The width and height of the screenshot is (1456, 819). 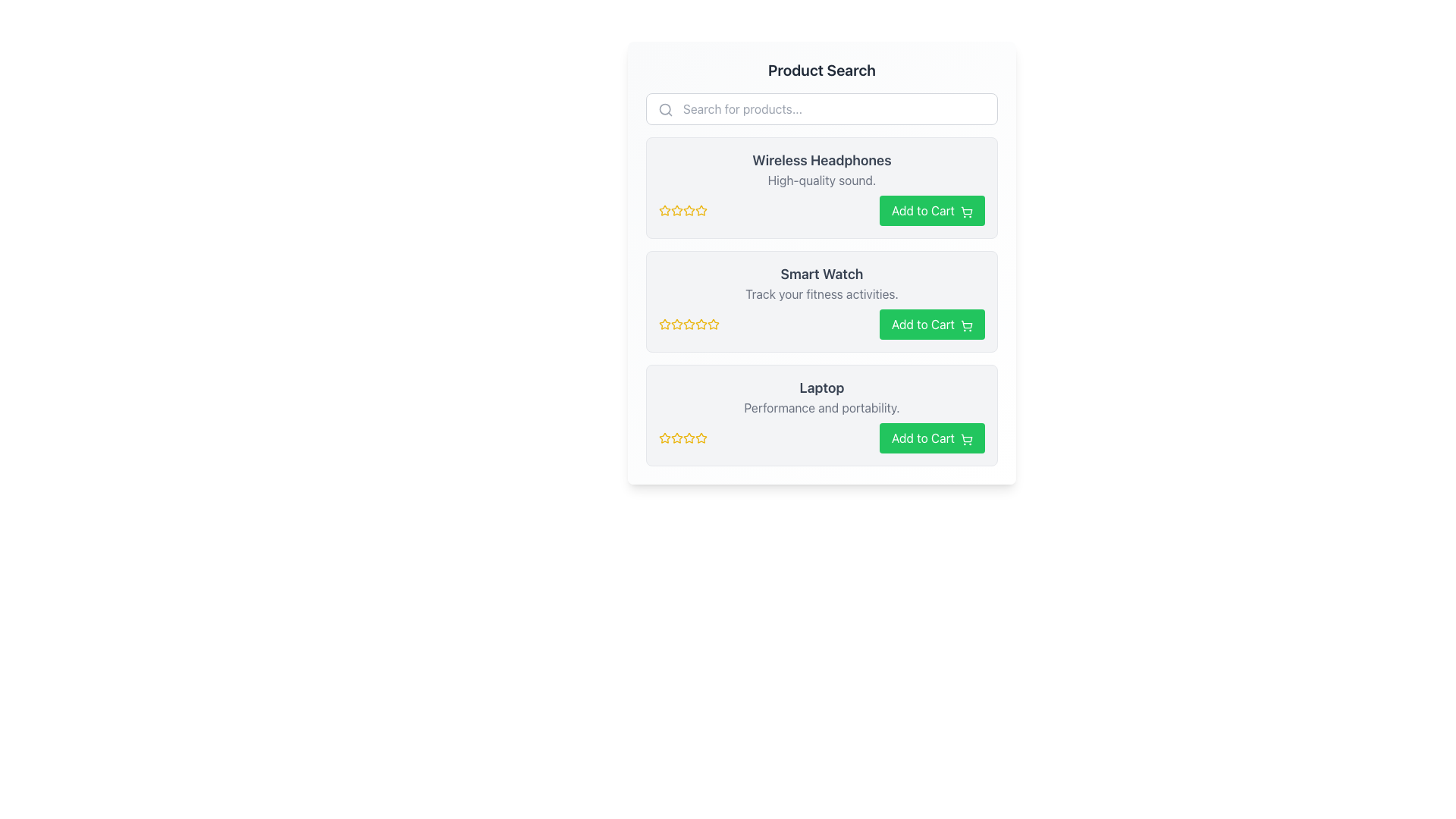 What do you see at coordinates (665, 438) in the screenshot?
I see `the second Rating Star Icon for the 'Laptop' item` at bounding box center [665, 438].